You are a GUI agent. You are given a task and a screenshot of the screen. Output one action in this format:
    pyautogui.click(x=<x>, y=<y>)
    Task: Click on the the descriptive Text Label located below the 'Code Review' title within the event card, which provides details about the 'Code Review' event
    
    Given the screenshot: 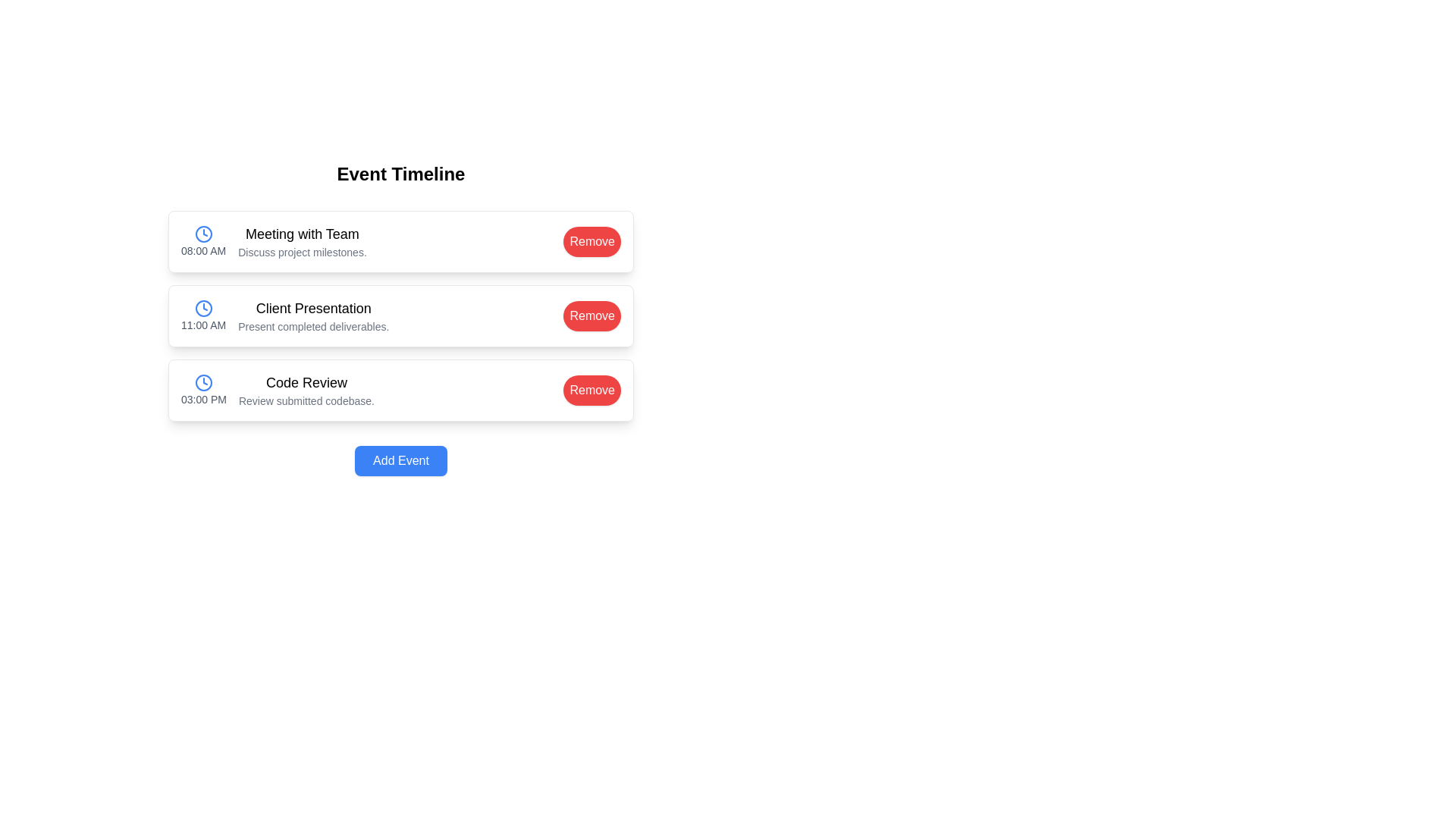 What is the action you would take?
    pyautogui.click(x=306, y=400)
    